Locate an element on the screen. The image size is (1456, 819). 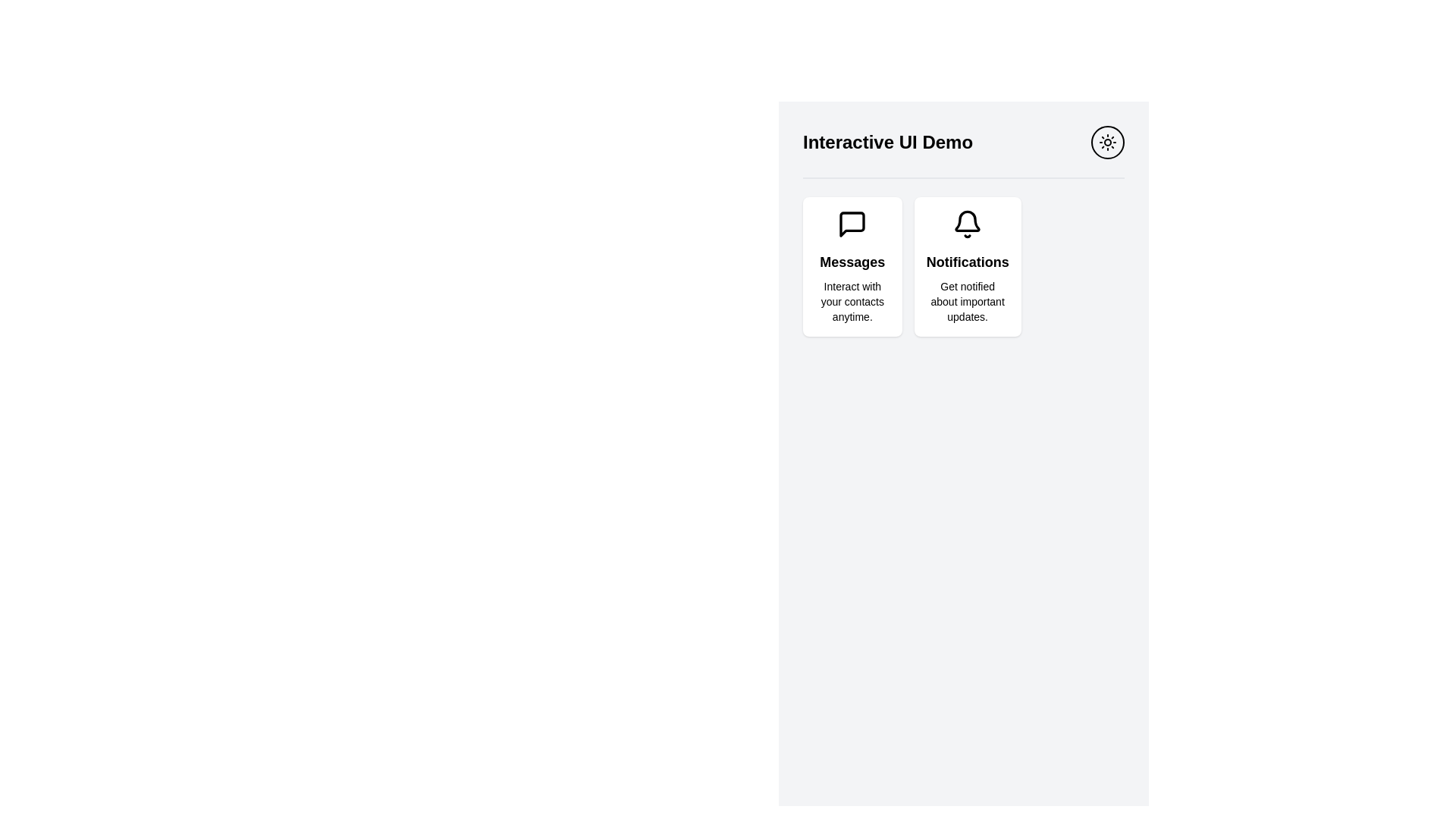
the 'Messages' icon graphic indicator located at the center of the first card in a horizontal pair of cards, positioned below the main heading 'Interactive UI Demo' is located at coordinates (852, 224).